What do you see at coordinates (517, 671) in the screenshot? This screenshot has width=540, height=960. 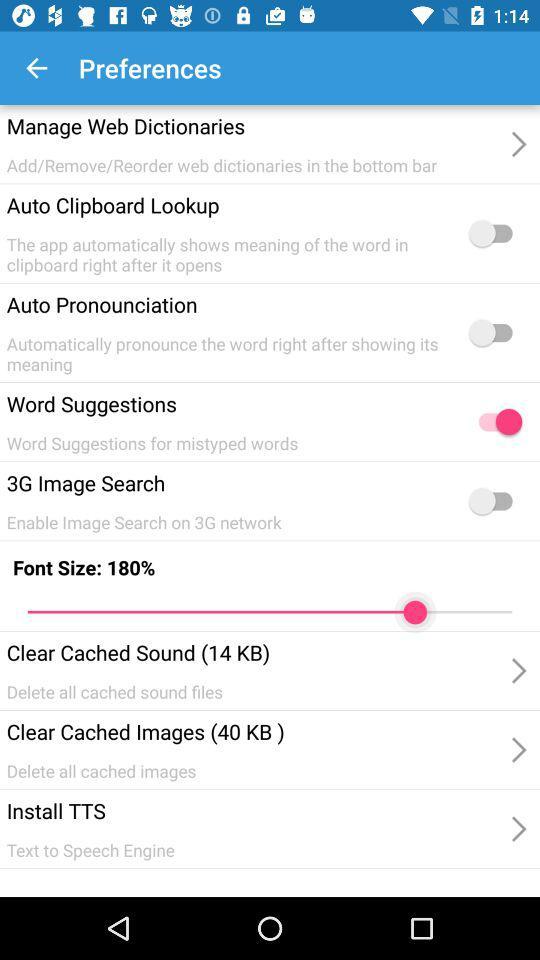 I see `the forward arrow symbol beside clear cached images 40 kb` at bounding box center [517, 671].